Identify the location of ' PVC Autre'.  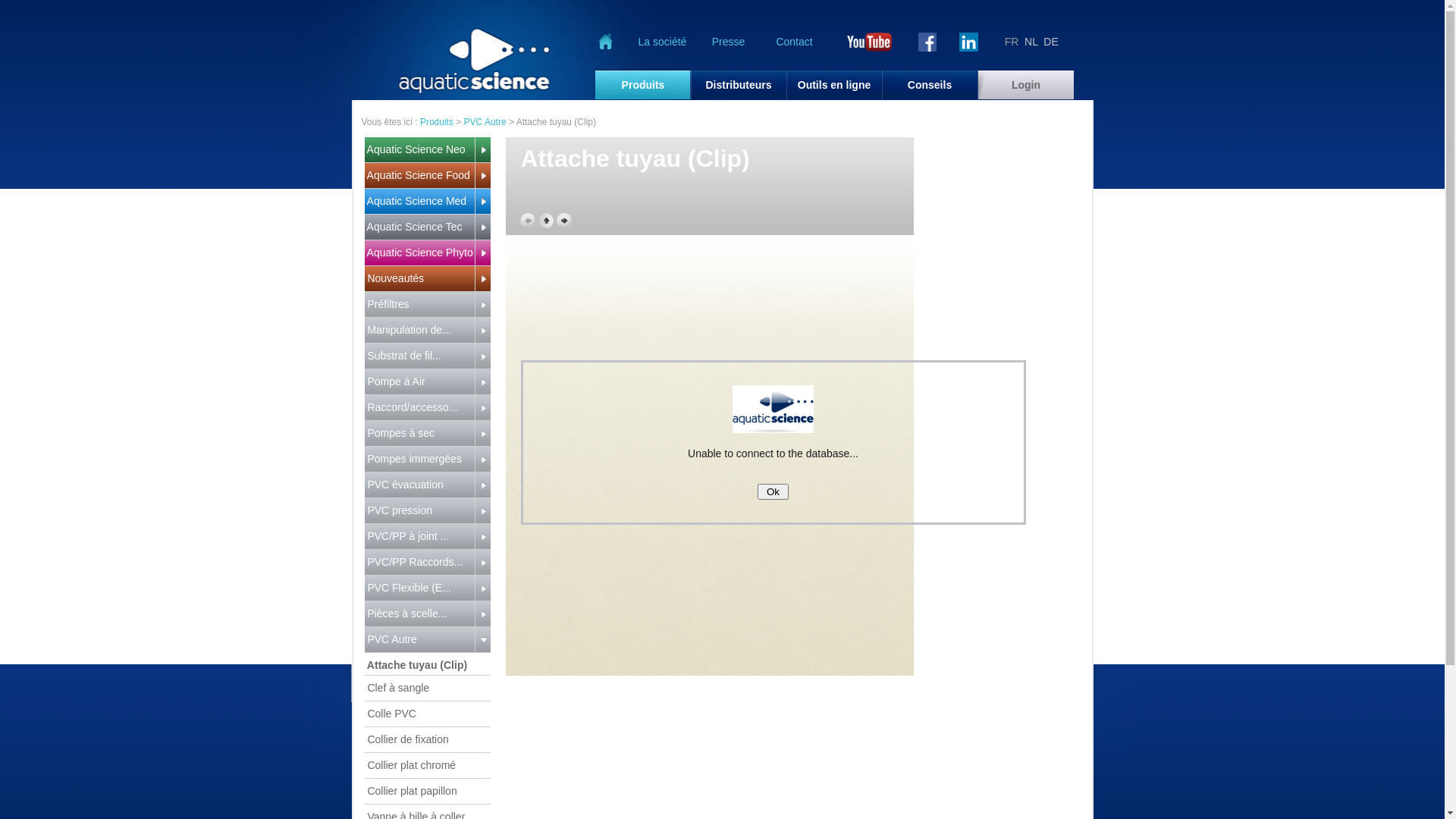
(364, 640).